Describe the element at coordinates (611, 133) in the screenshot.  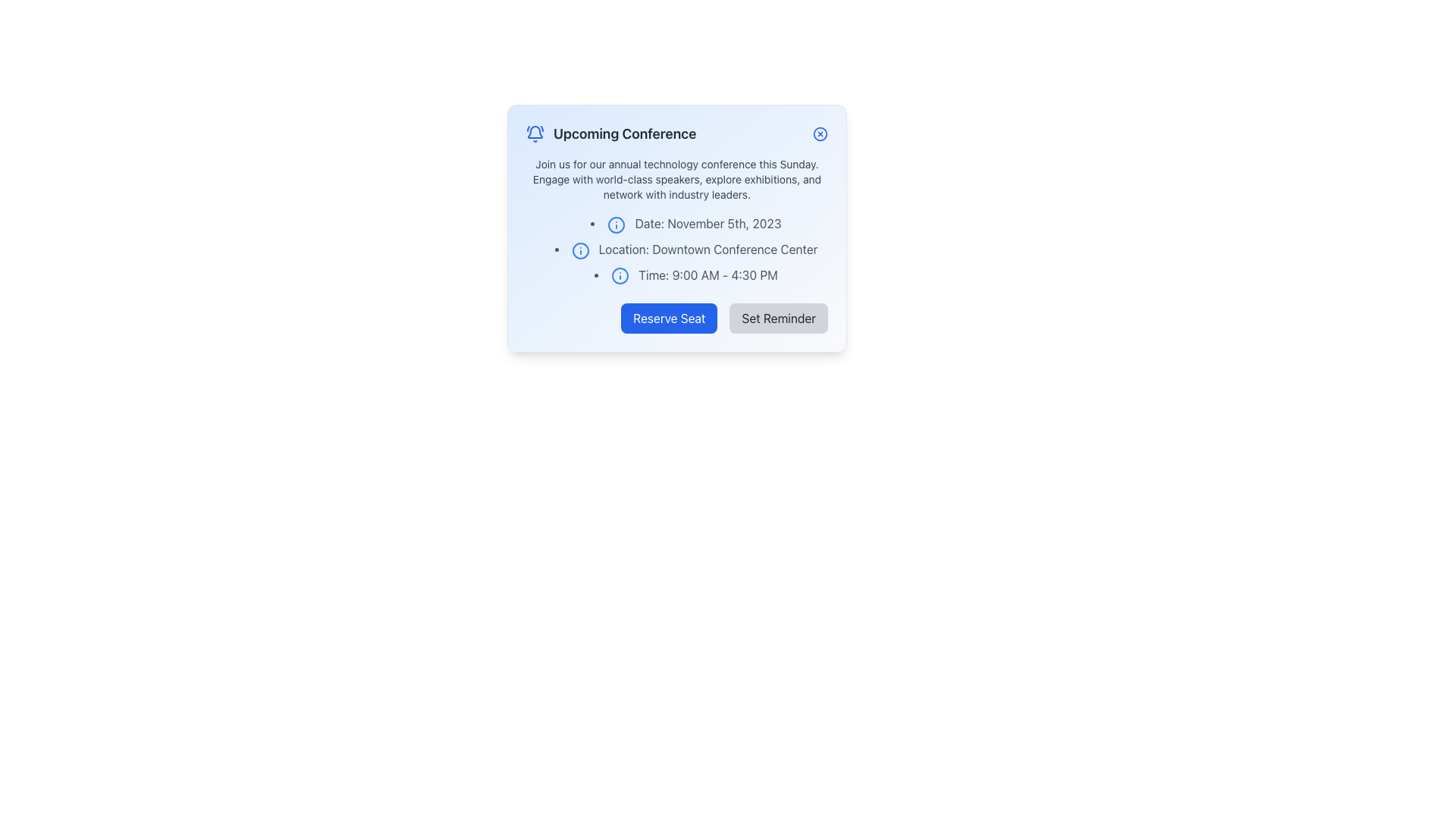
I see `title 'Upcoming Conference' from the Text with Icon element located in the top-left corner of the card-like section` at that location.